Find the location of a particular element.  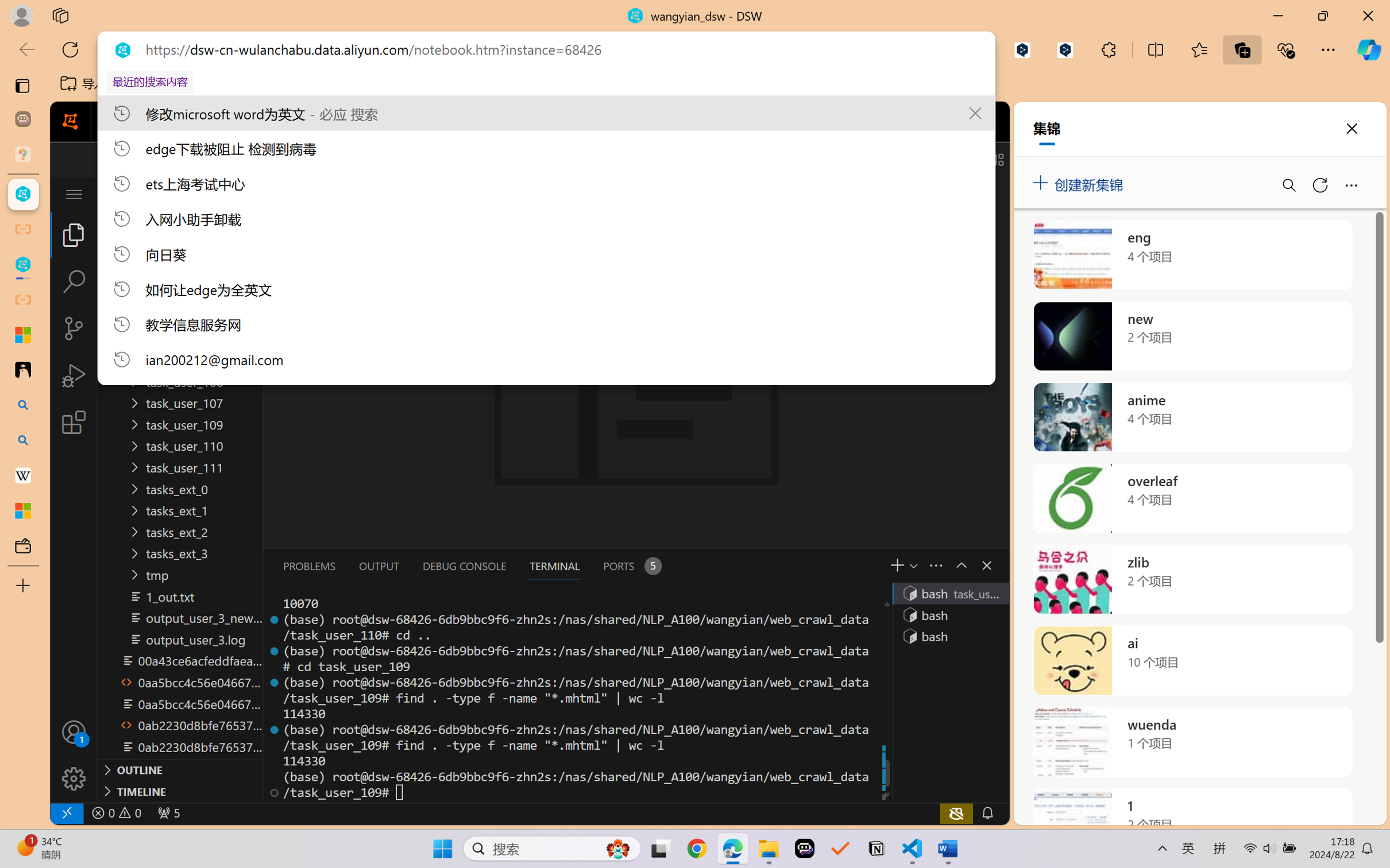

'Views and More Actions...' is located at coordinates (935, 565).